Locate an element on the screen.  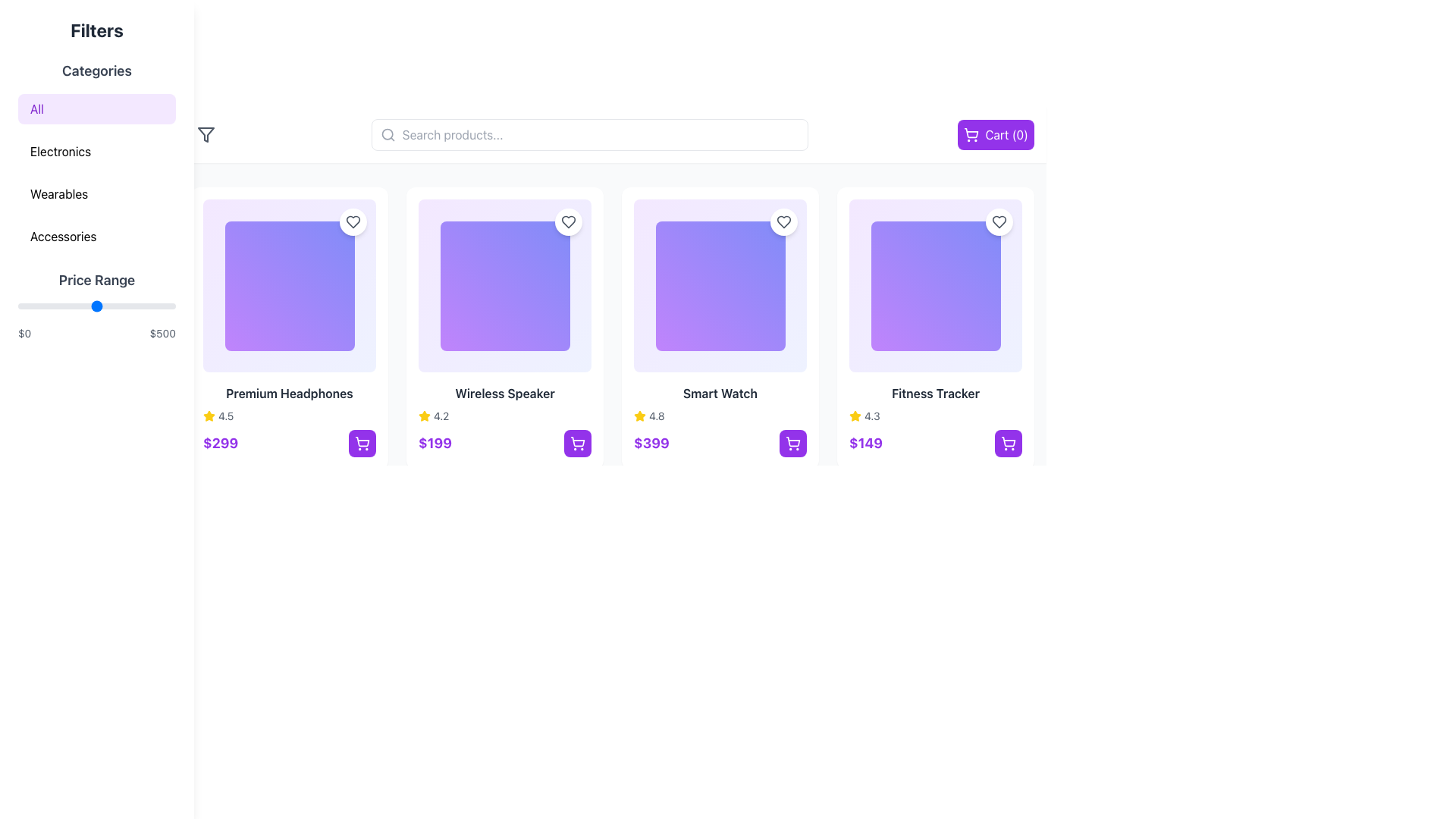
the star icon representing the product's rating of 4.8 located within the Smart Watch product card is located at coordinates (640, 416).